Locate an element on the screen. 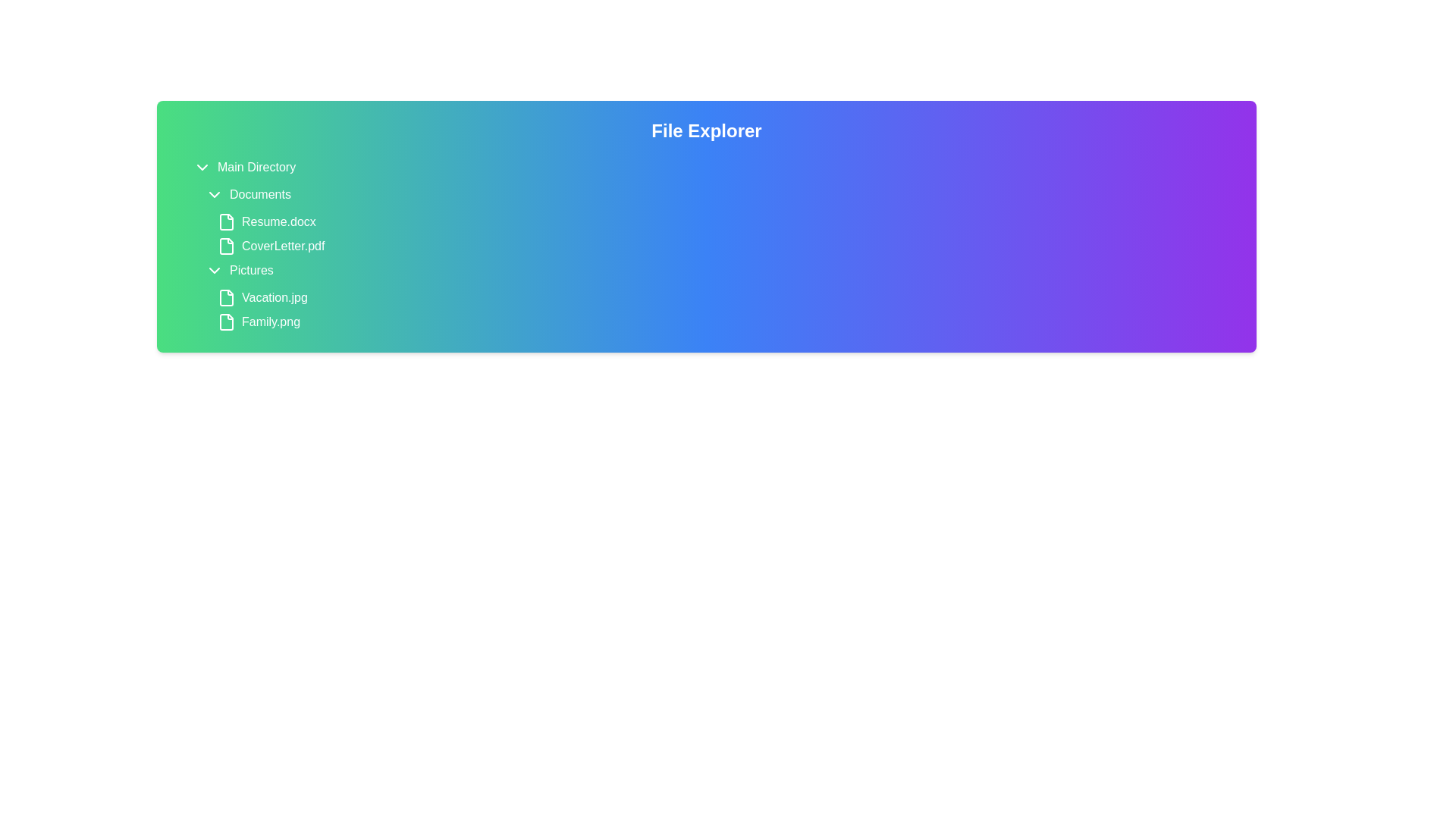 The width and height of the screenshot is (1456, 819). the graphical icon representing the file 'Vacation.jpg' located in the 'Pictures' folder is located at coordinates (225, 298).